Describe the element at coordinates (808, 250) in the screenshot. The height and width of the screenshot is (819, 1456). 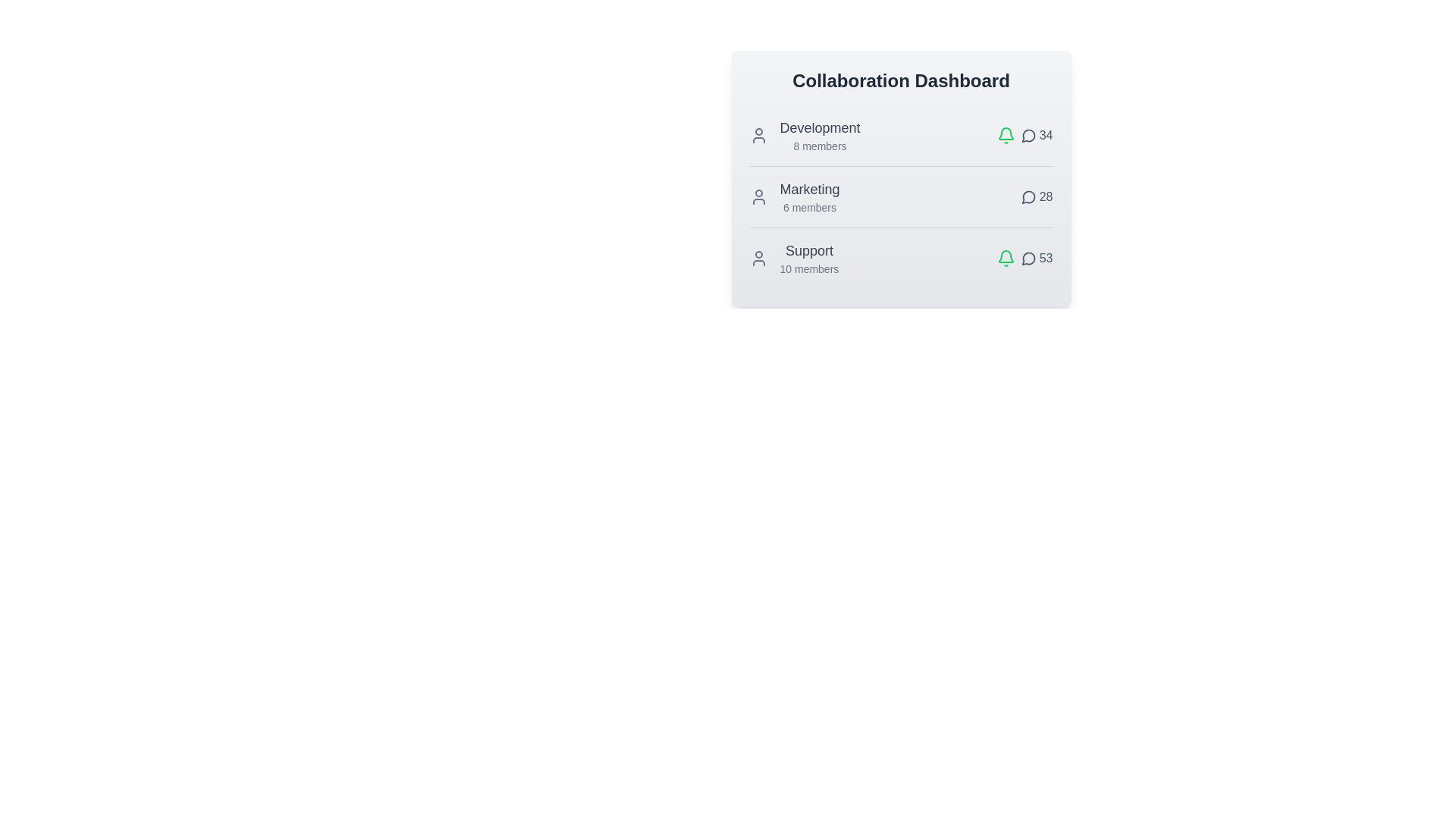
I see `the team name Support` at that location.